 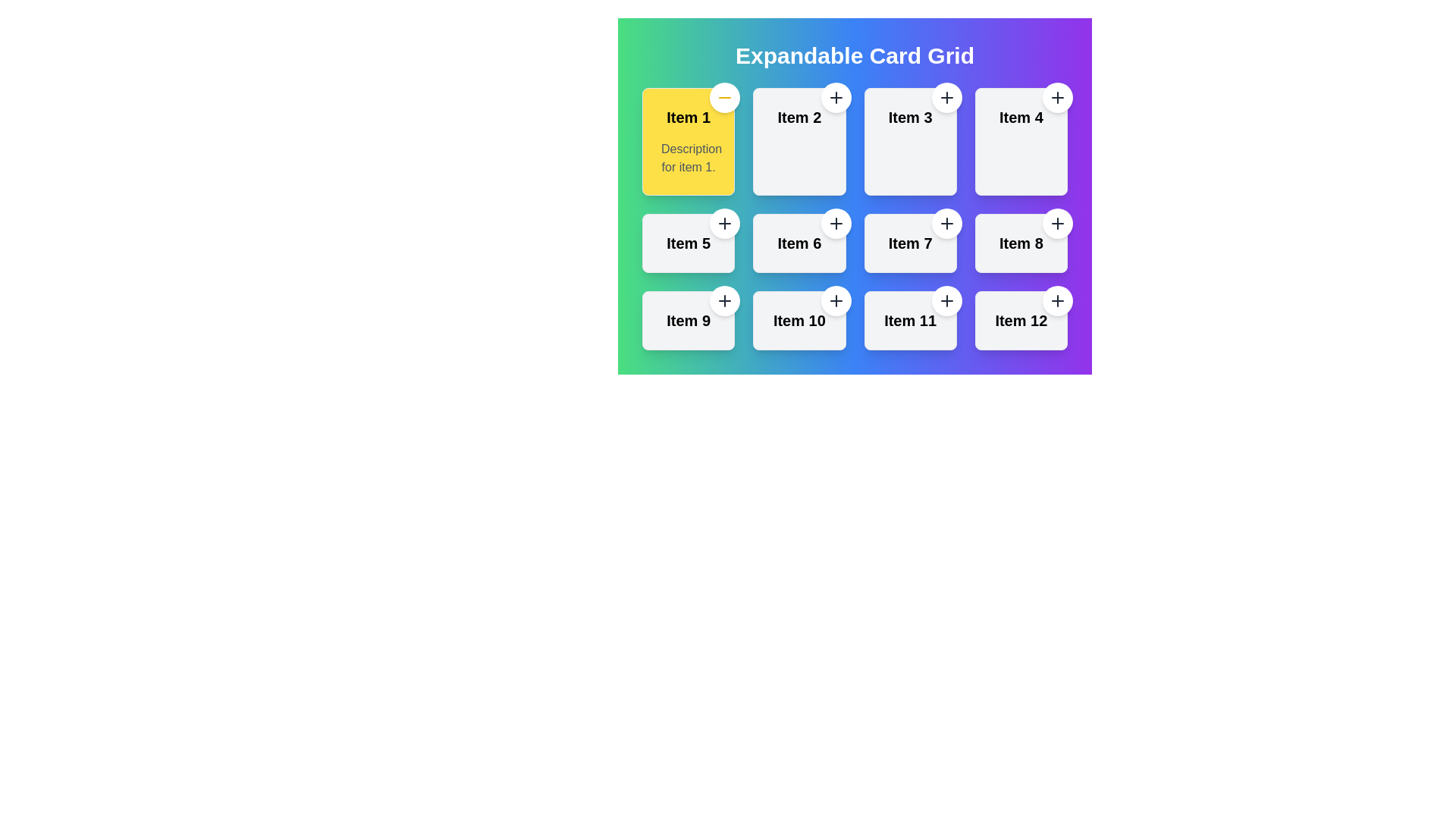 I want to click on the action button located on the right side of 'Item 6', so click(x=835, y=223).